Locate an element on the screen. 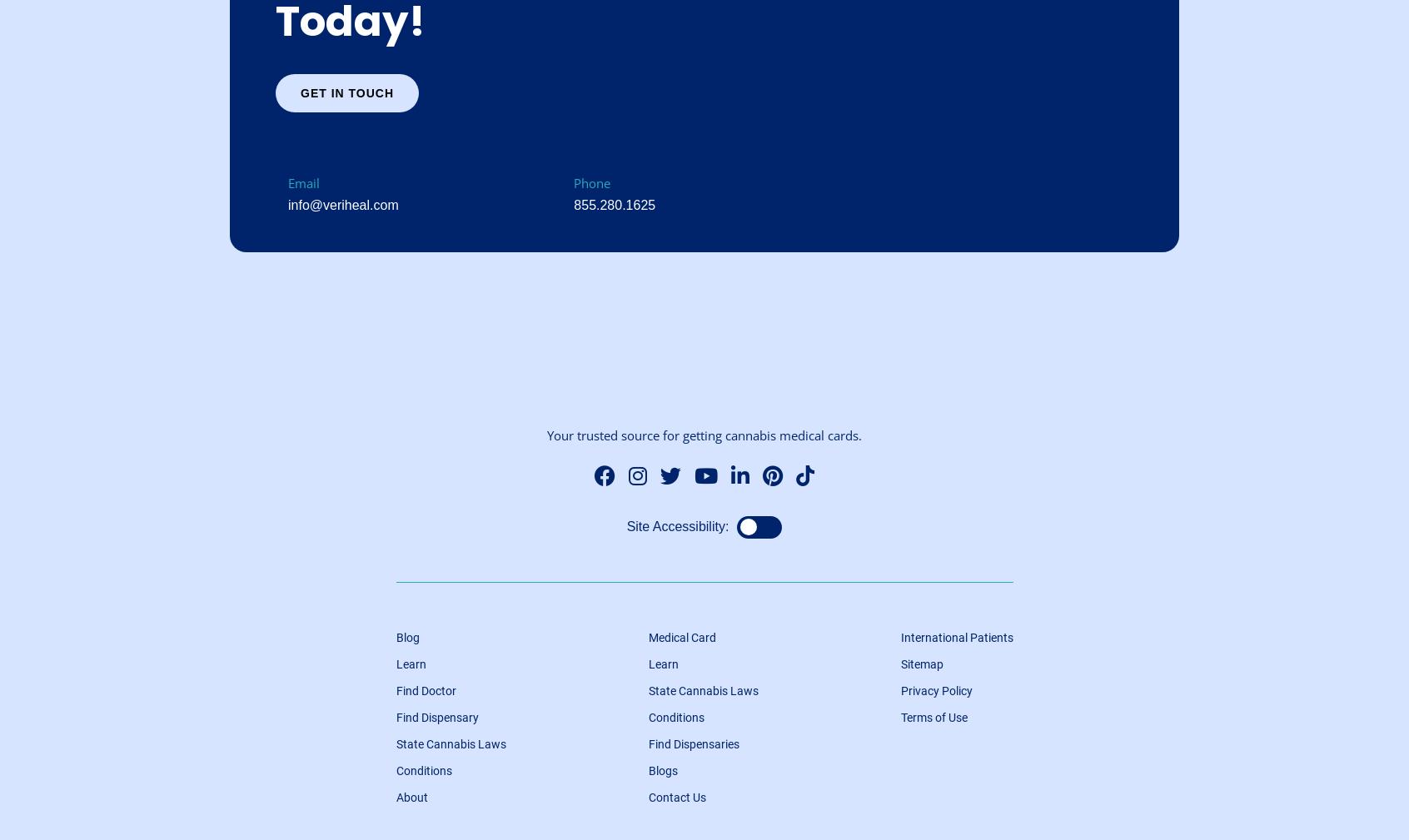  'Your trusted source for getting cannabis medical cards.' is located at coordinates (704, 435).